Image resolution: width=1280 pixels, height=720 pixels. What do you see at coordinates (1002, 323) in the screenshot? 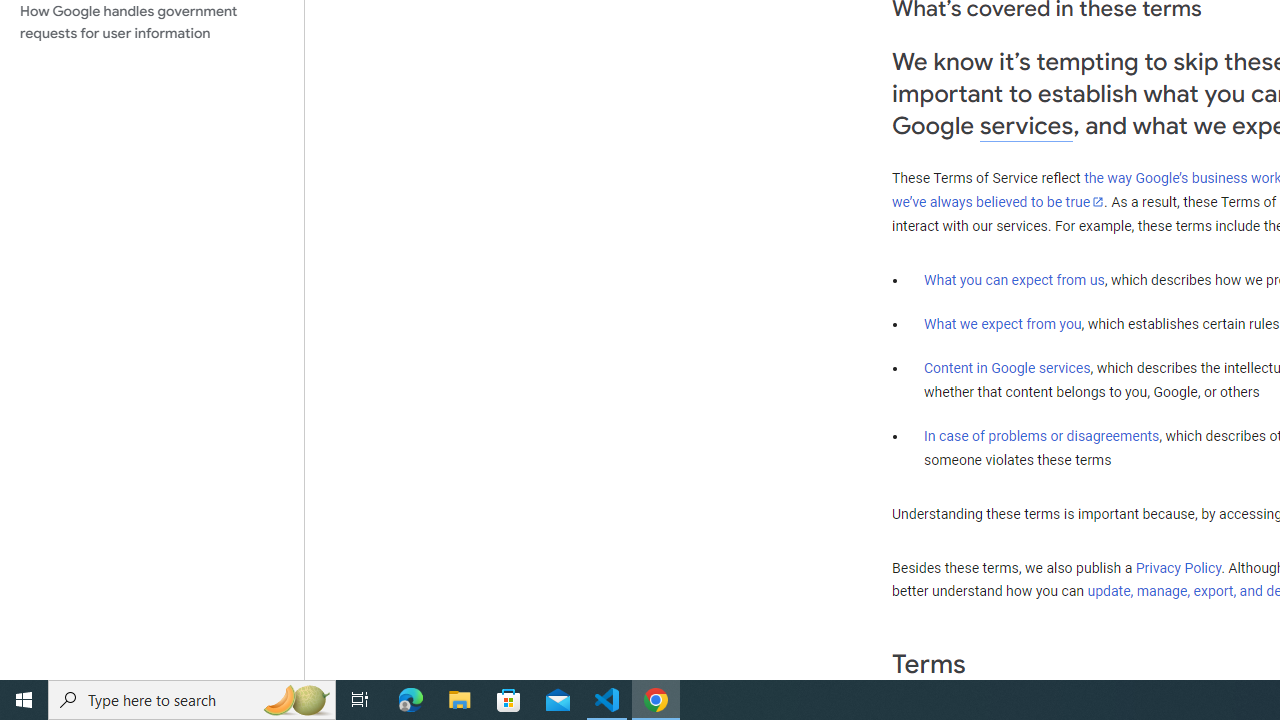
I see `'What we expect from you'` at bounding box center [1002, 323].